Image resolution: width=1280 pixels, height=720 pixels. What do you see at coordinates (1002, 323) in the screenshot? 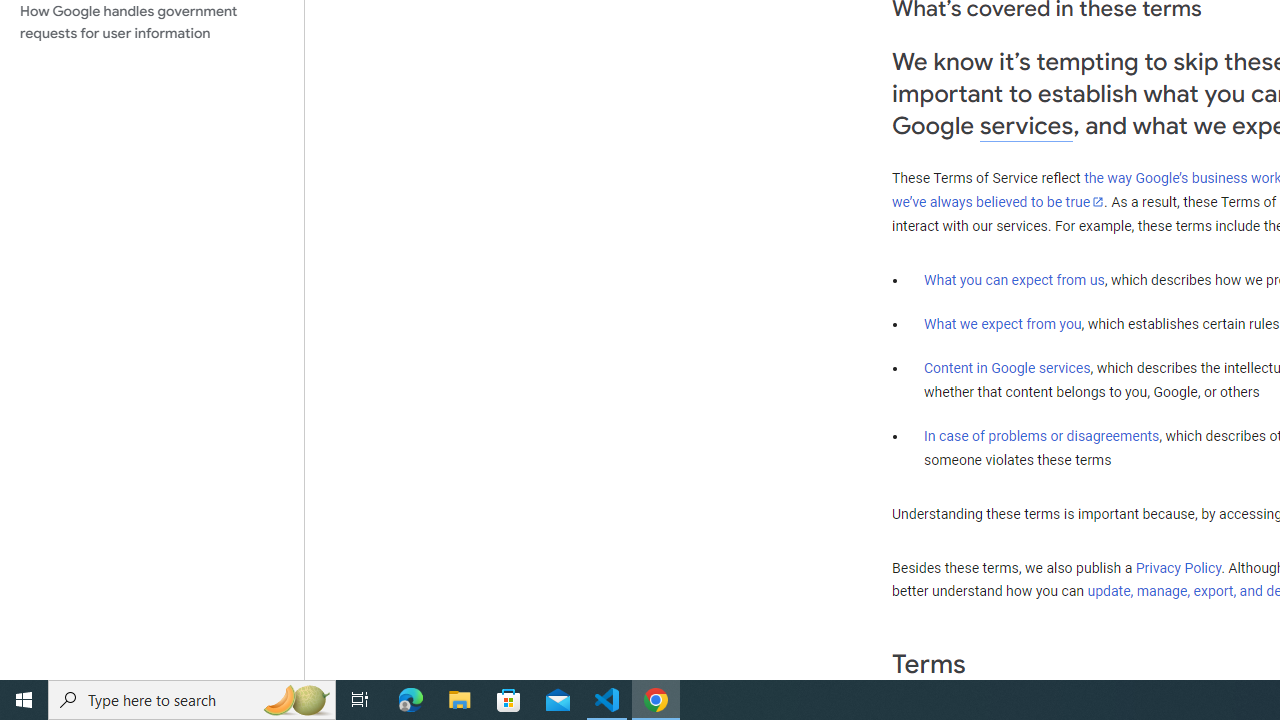
I see `'What we expect from you'` at bounding box center [1002, 323].